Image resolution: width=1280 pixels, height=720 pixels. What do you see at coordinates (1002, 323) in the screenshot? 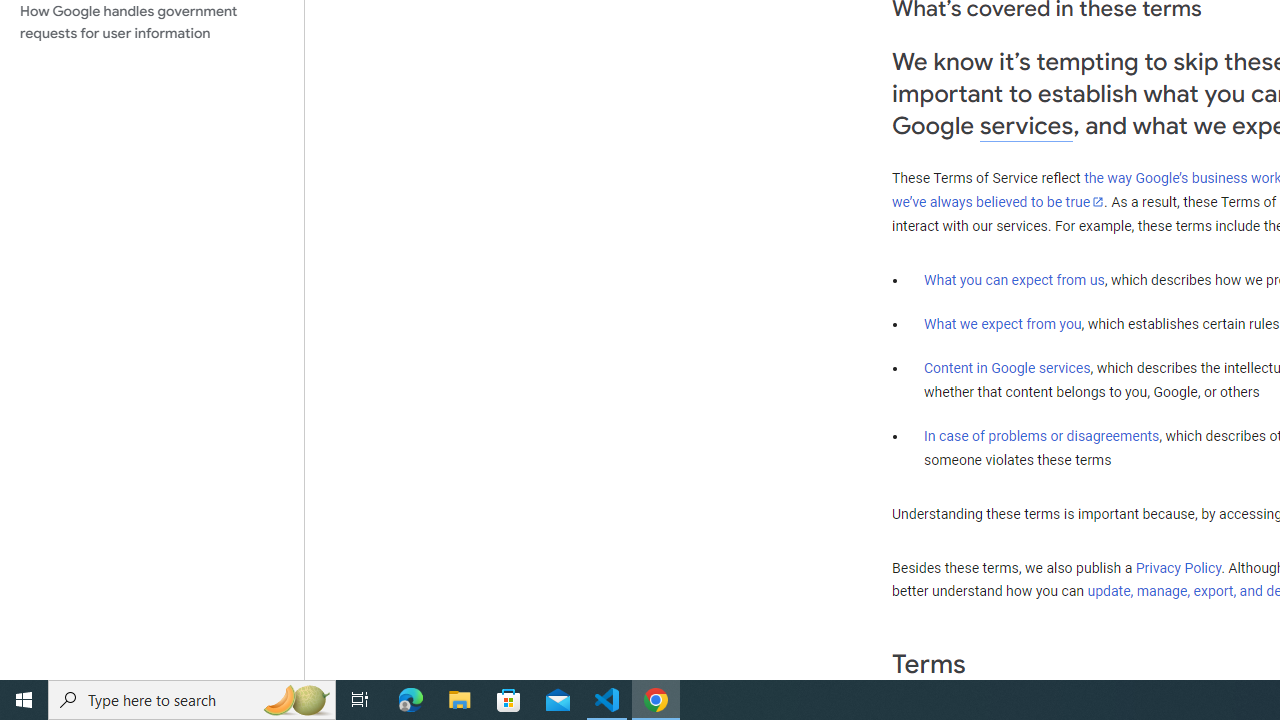
I see `'What we expect from you'` at bounding box center [1002, 323].